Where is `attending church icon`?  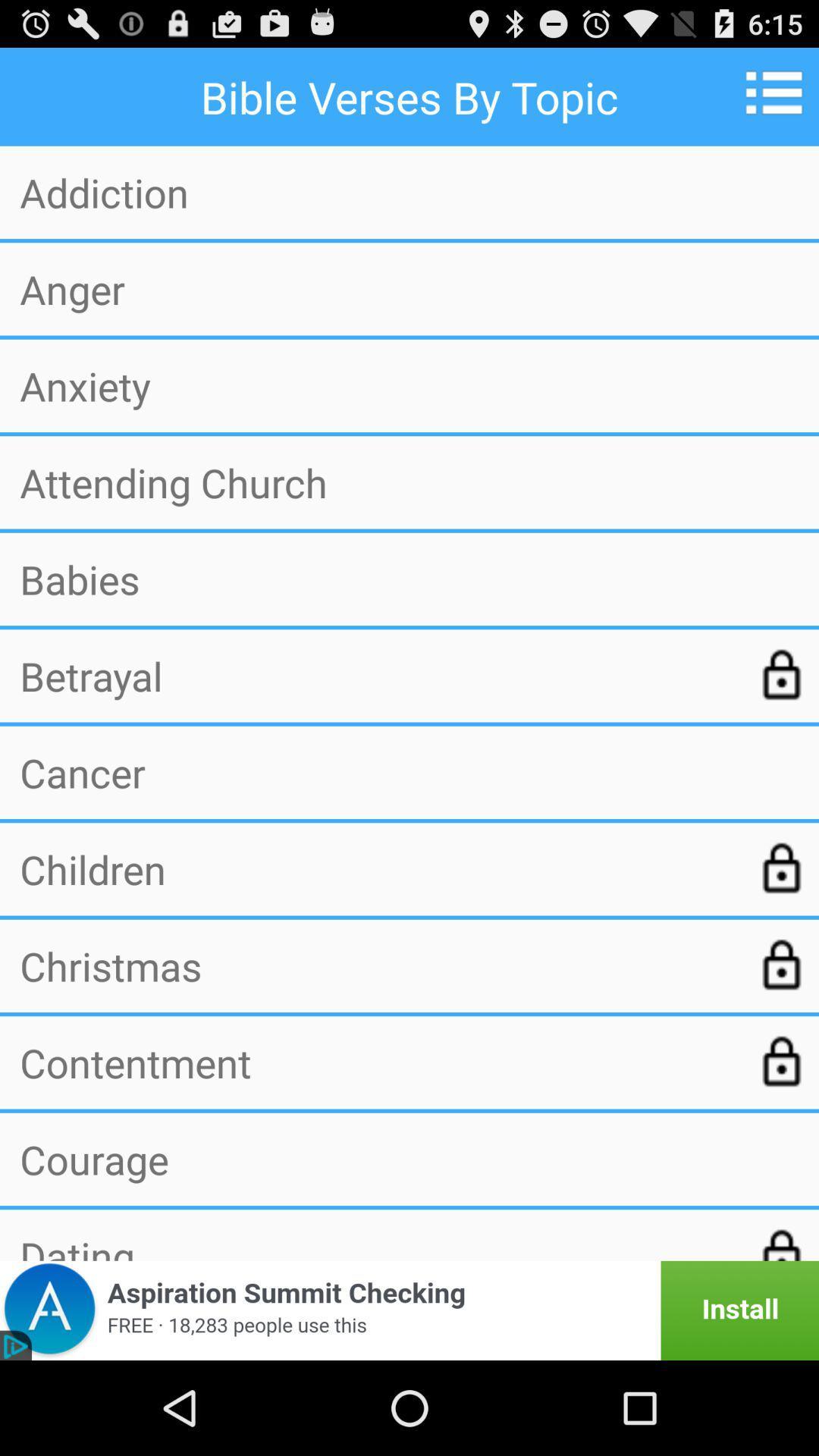
attending church icon is located at coordinates (409, 482).